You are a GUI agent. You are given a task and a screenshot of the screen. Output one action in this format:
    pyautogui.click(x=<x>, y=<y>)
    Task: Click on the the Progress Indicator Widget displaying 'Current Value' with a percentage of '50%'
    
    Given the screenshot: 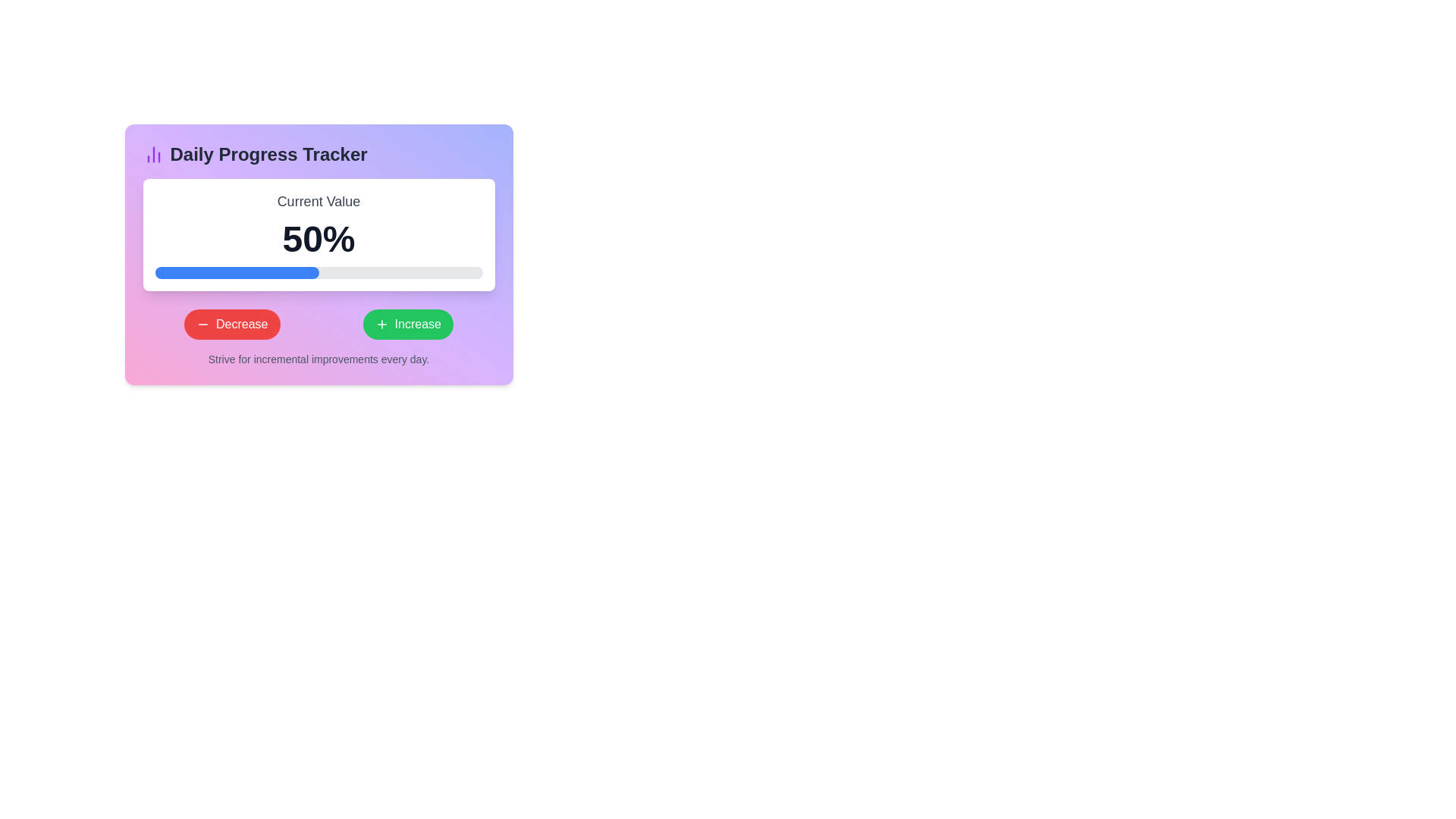 What is the action you would take?
    pyautogui.click(x=318, y=234)
    